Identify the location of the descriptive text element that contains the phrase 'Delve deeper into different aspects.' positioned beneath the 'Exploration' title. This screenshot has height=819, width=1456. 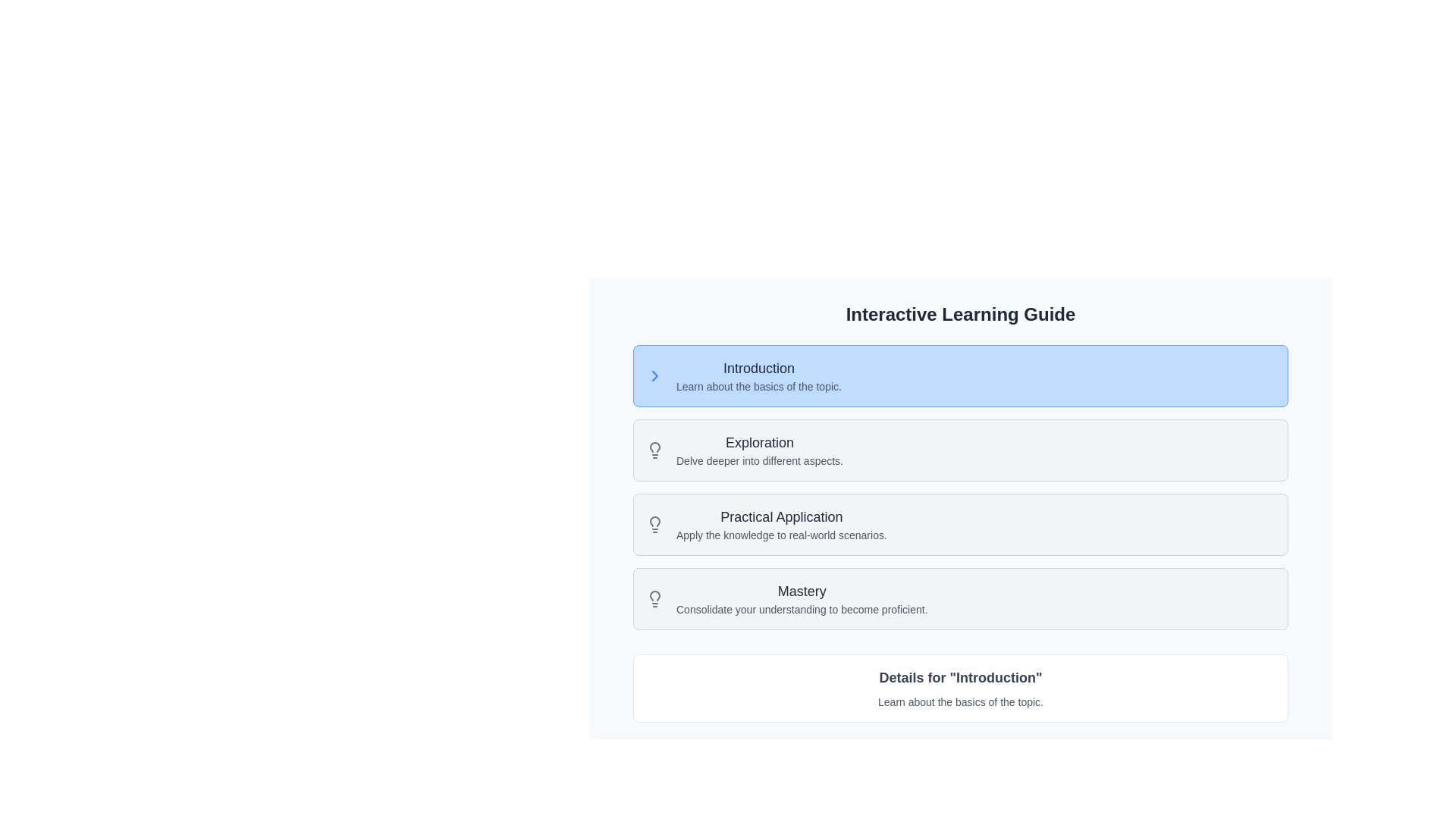
(760, 460).